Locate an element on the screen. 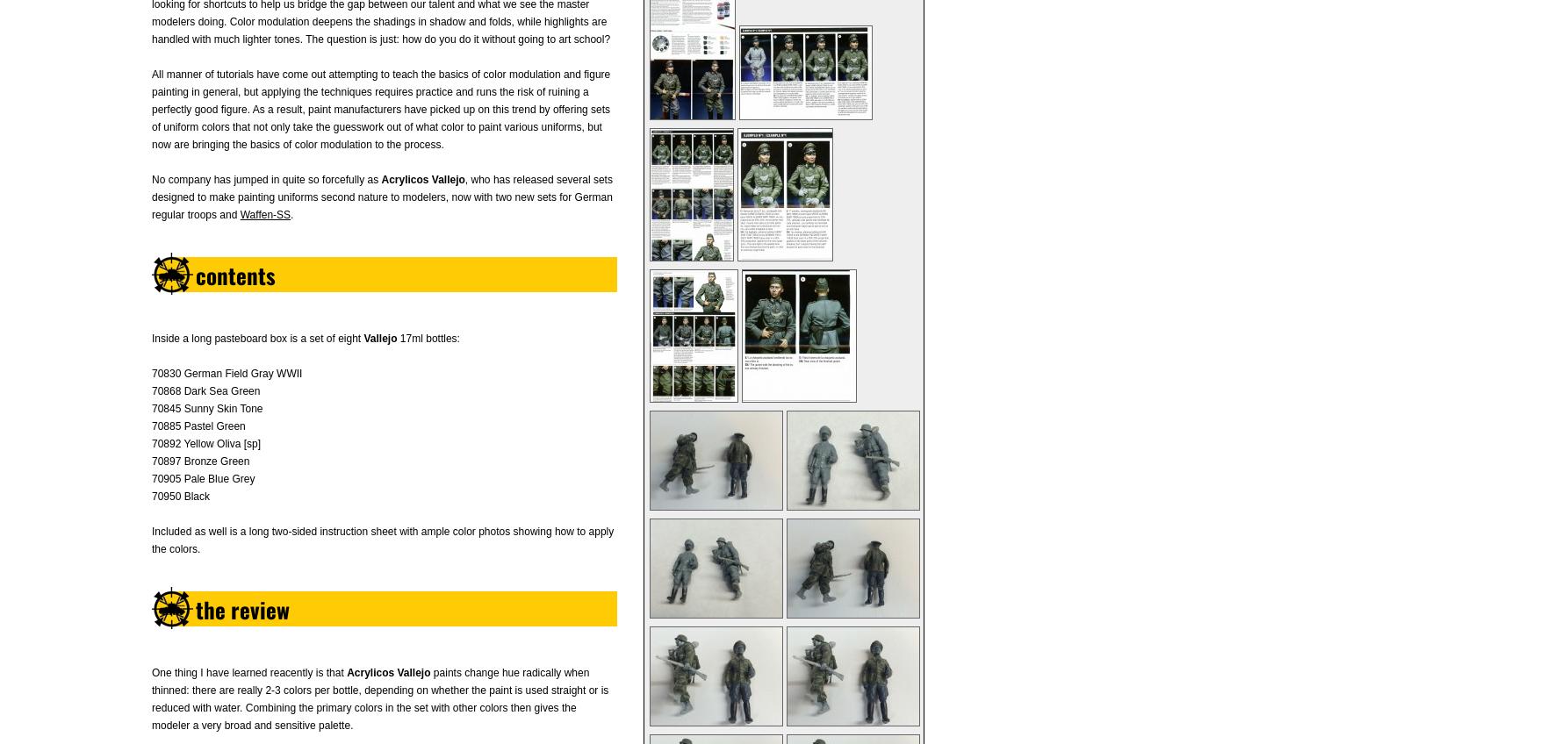  '17ml bottles:' is located at coordinates (427, 339).